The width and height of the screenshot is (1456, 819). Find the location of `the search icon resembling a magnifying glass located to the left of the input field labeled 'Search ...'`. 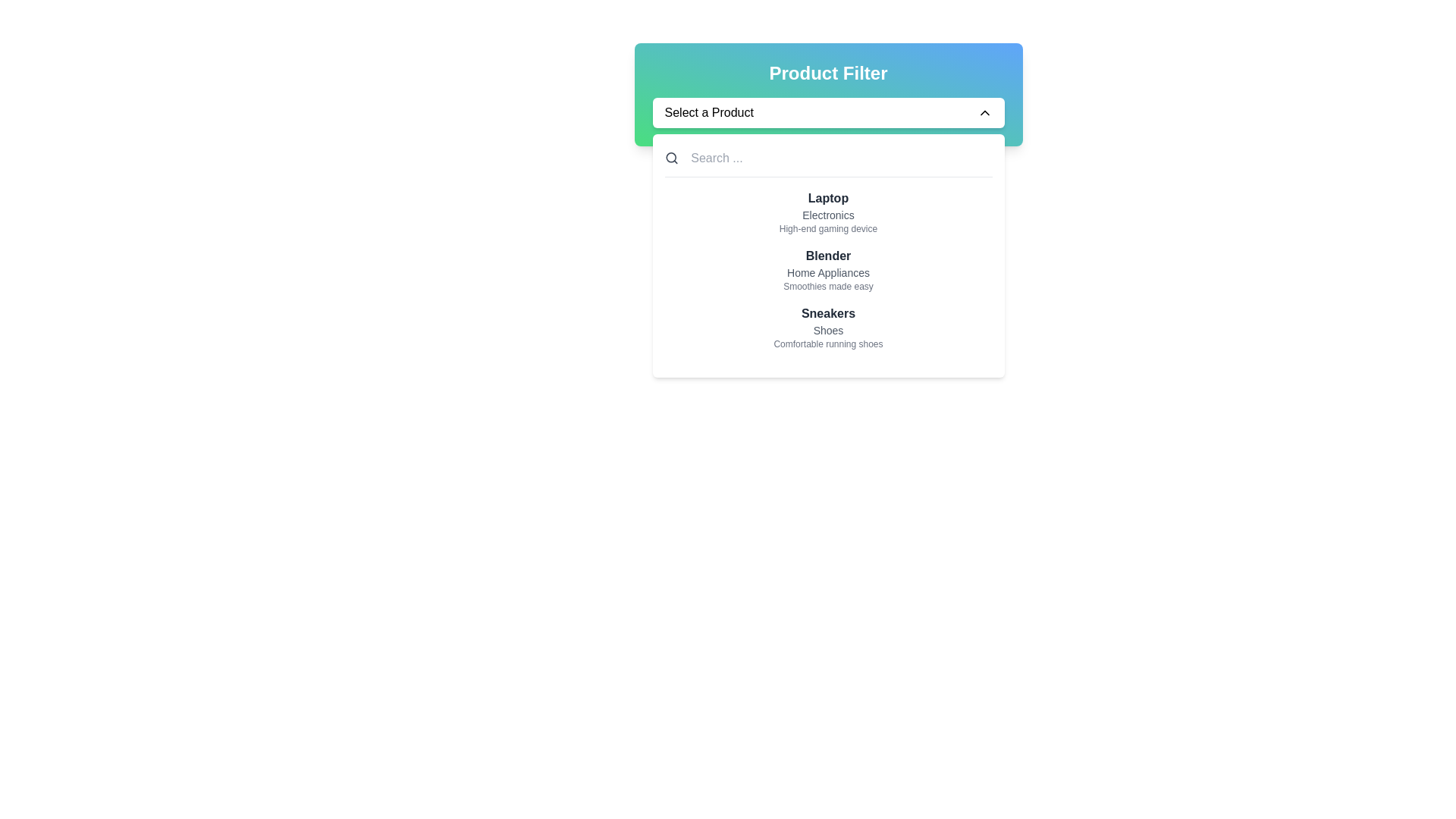

the search icon resembling a magnifying glass located to the left of the input field labeled 'Search ...' is located at coordinates (670, 158).